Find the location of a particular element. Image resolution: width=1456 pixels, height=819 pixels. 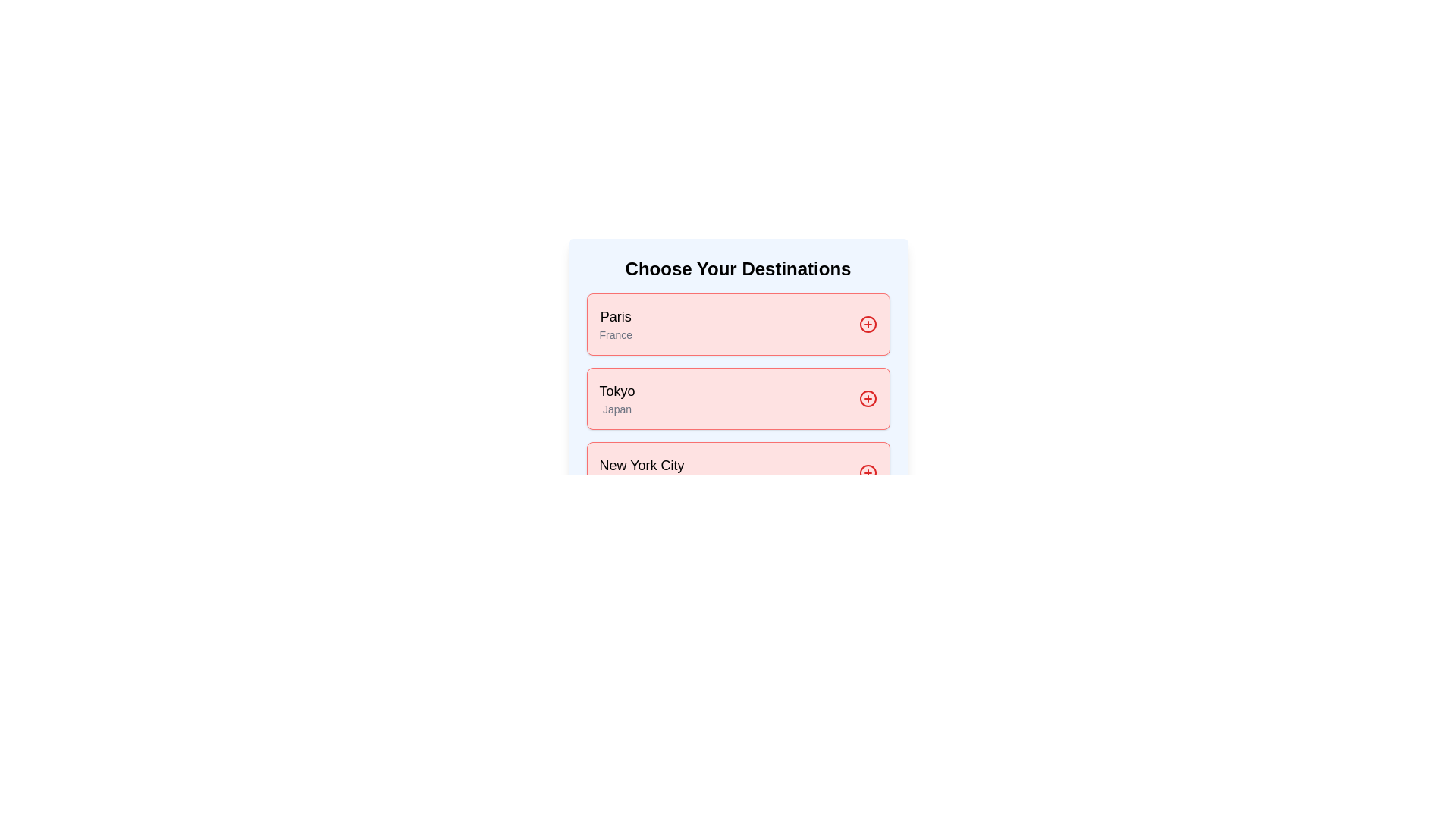

the circular plus icon associated with the 'Tokyo' destination is located at coordinates (868, 397).